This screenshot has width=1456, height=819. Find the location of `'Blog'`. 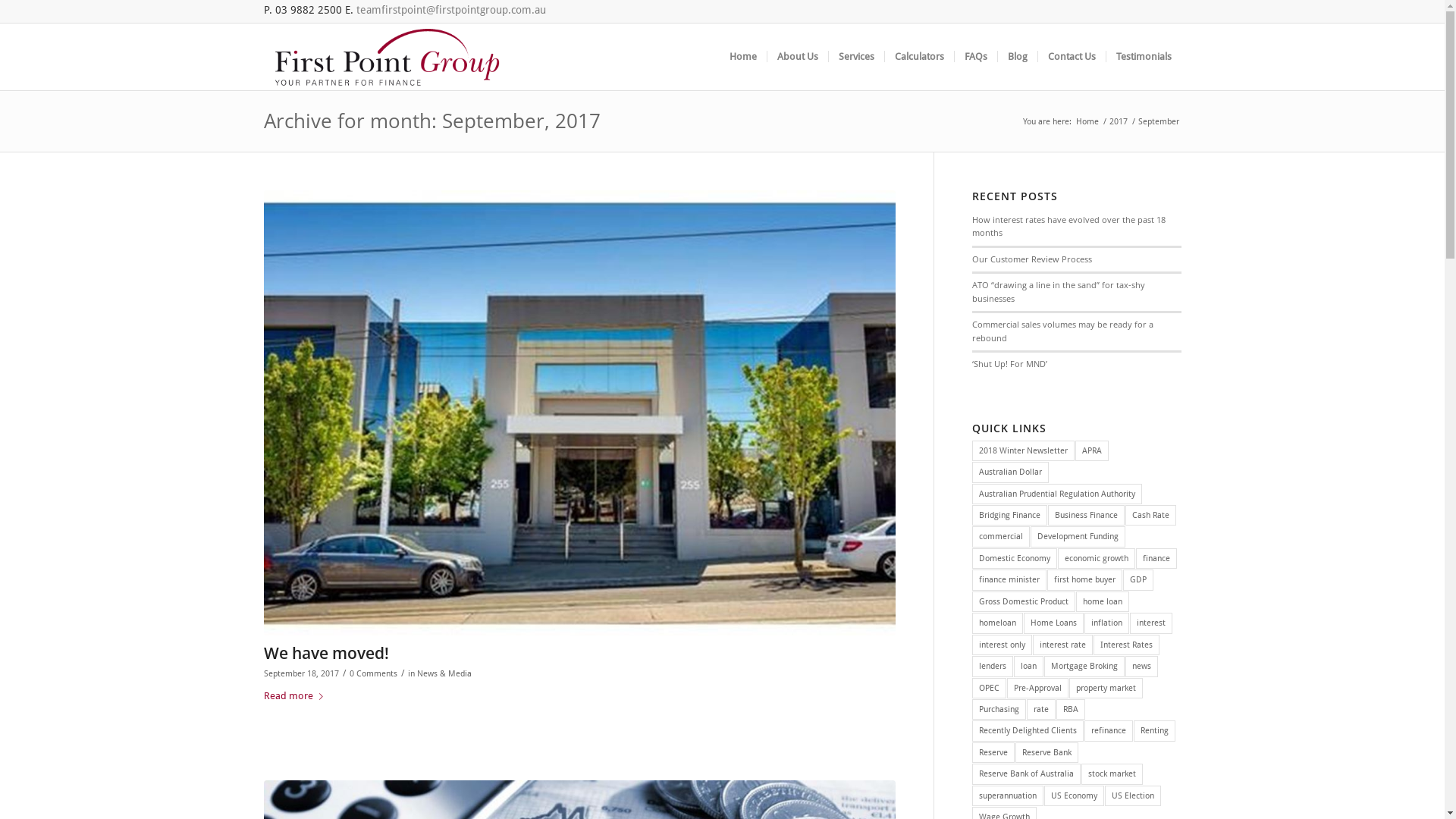

'Blog' is located at coordinates (1016, 55).